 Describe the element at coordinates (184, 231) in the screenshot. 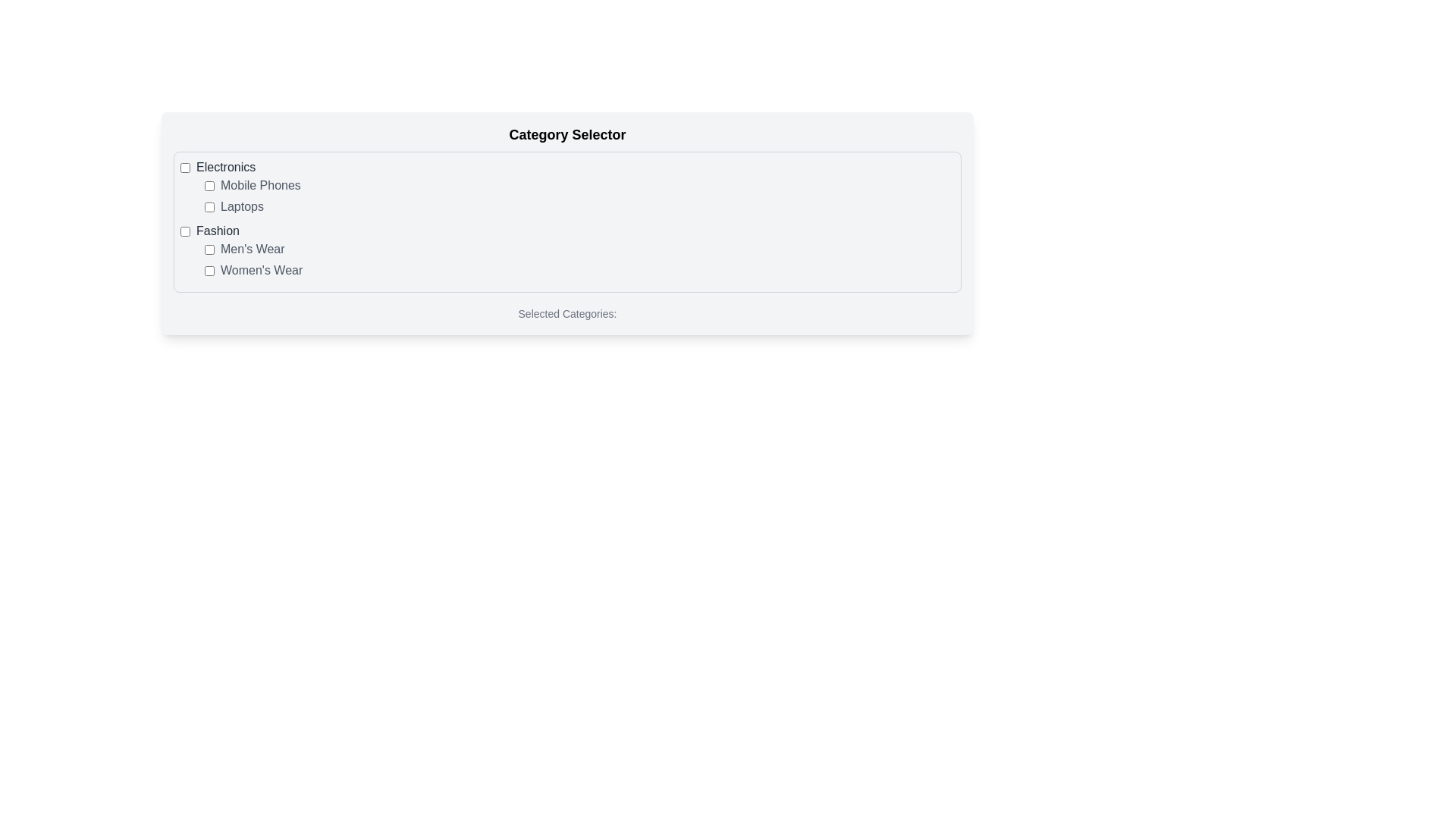

I see `the checkbox` at that location.